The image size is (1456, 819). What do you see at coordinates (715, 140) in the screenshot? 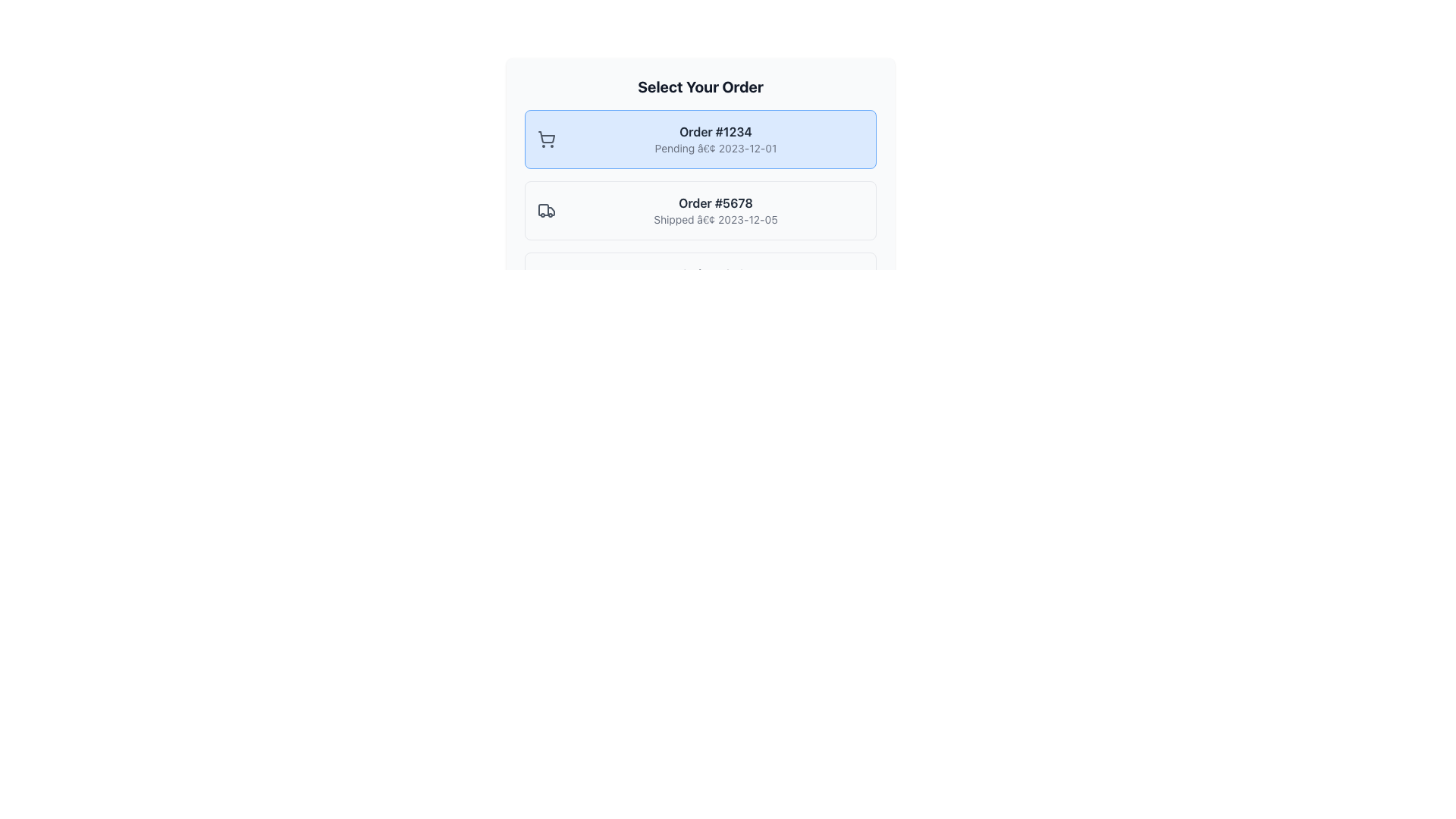
I see `text content from the Text Display that shows 'Order #1234' and 'Pending • 2023-12-01', which is centrally located to the right of a shopping cart icon` at bounding box center [715, 140].